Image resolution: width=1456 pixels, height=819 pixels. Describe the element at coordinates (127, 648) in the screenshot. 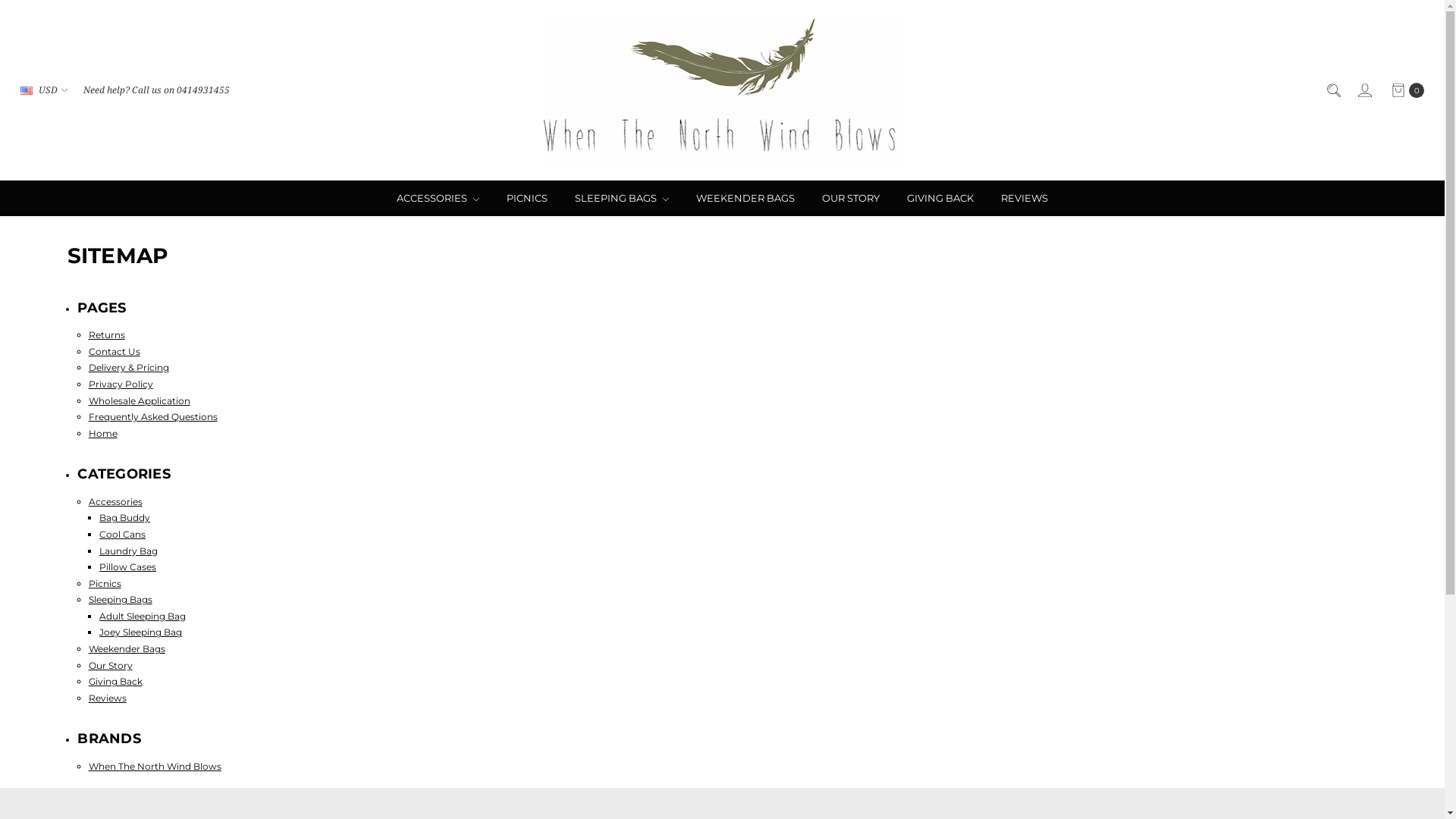

I see `'Weekender Bags'` at that location.